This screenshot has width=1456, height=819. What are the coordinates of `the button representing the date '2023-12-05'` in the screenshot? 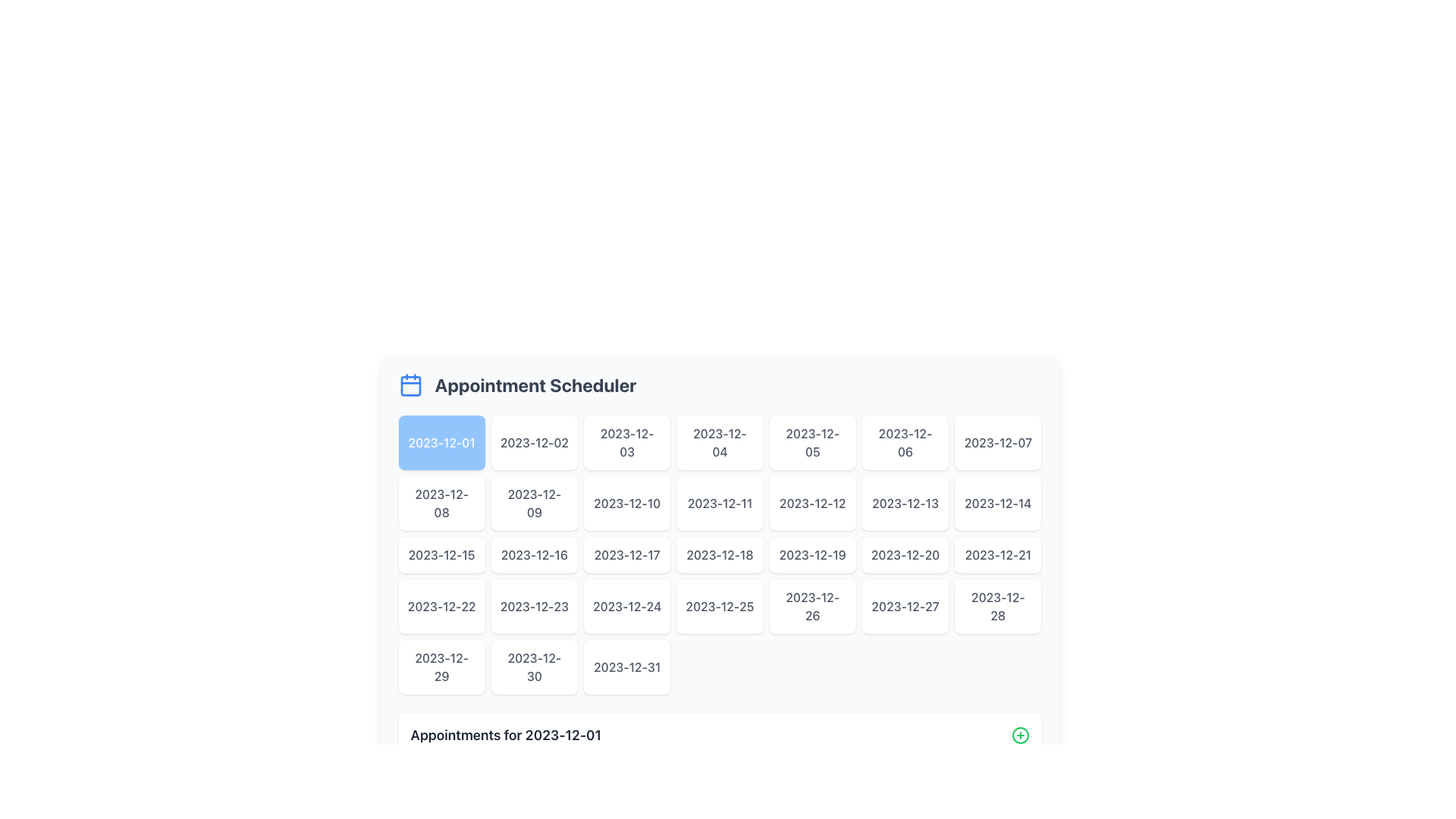 It's located at (811, 442).